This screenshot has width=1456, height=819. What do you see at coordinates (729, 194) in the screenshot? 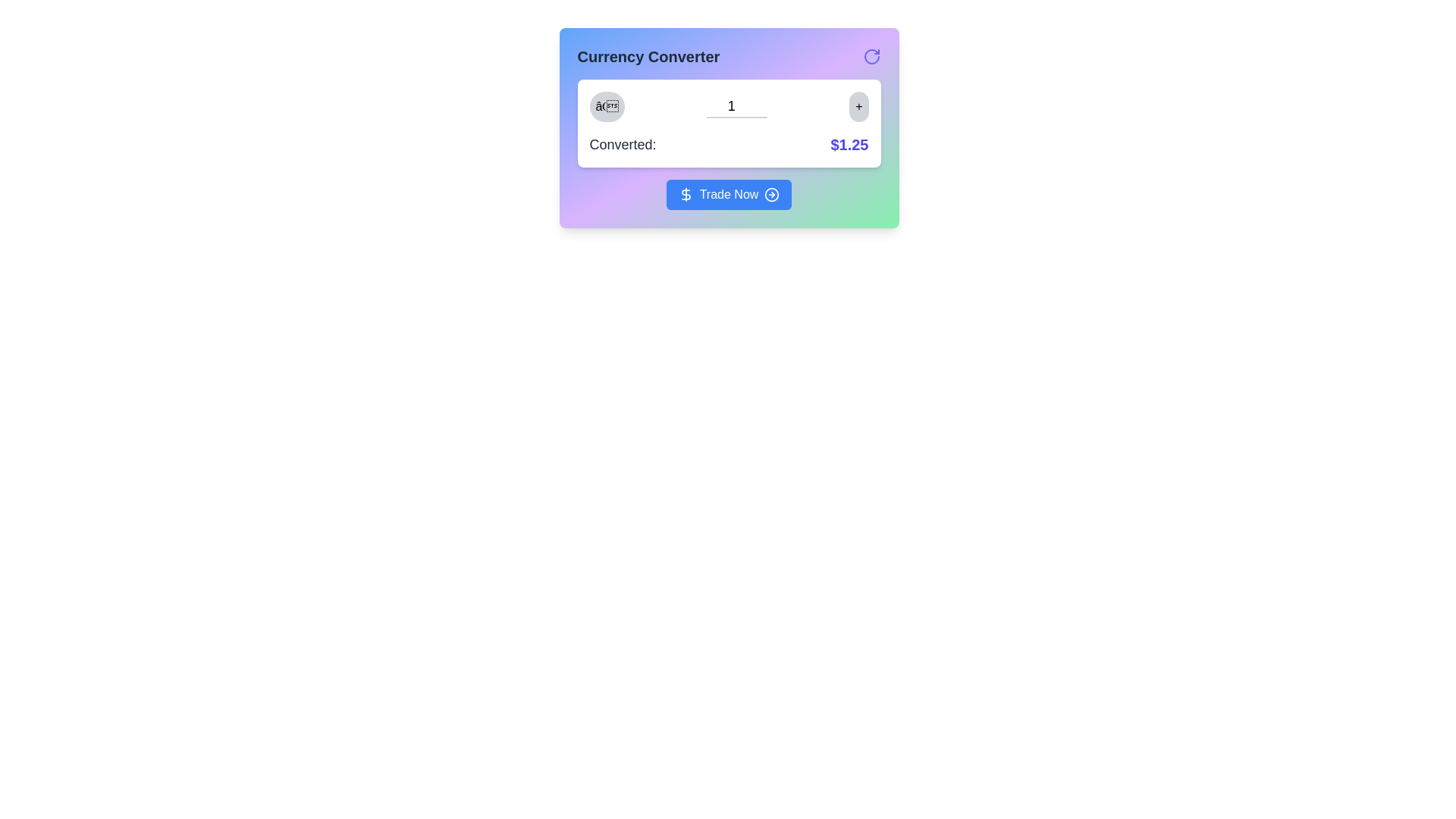
I see `the trading initiation button located in the bottom section of the 'Currency Converter' card` at bounding box center [729, 194].